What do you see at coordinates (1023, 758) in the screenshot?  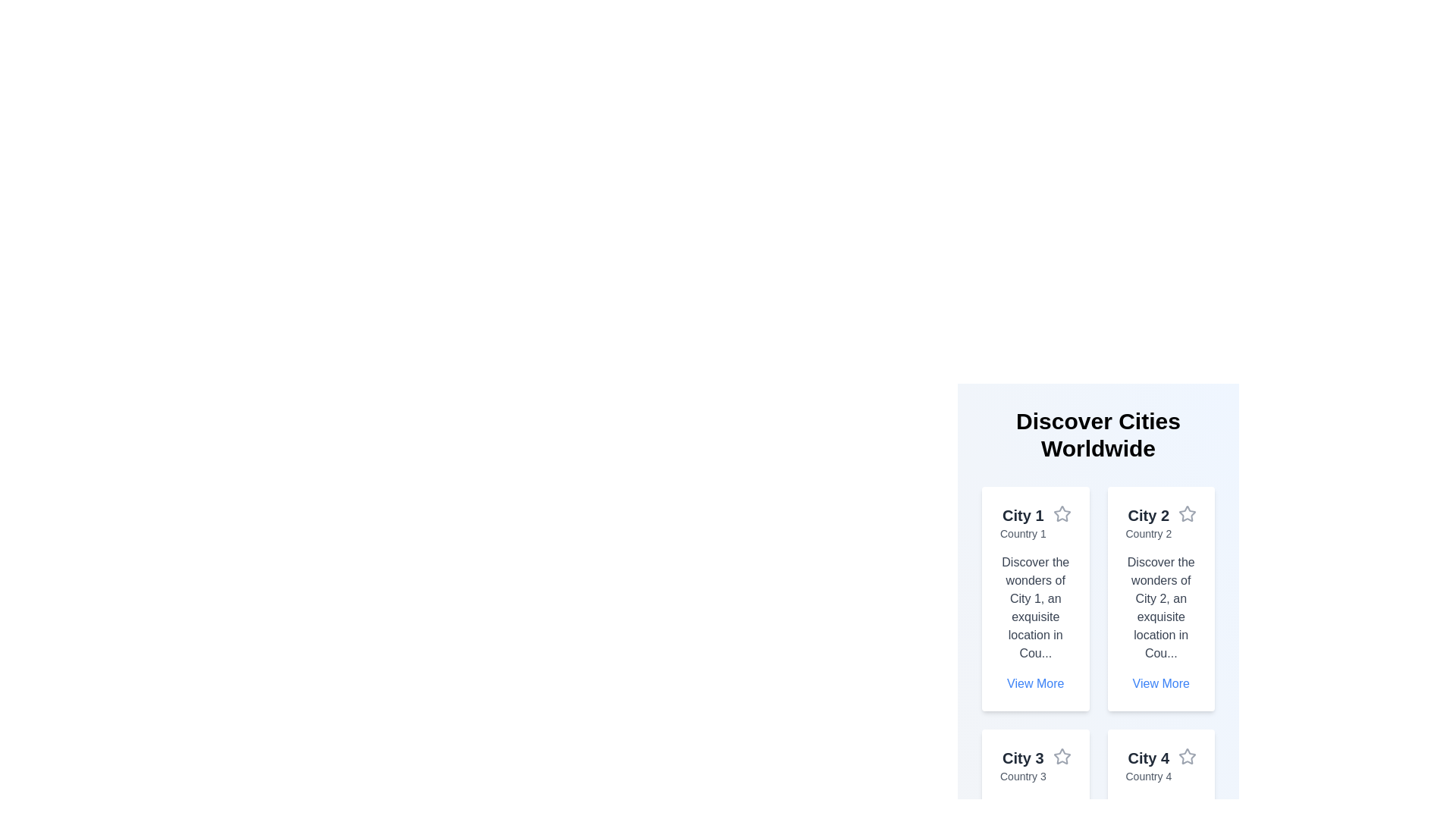 I see `the text label displaying 'City 3' in bold, large, and dark text, located in the lower-left position of a 2x2 grid within its card layout` at bounding box center [1023, 758].